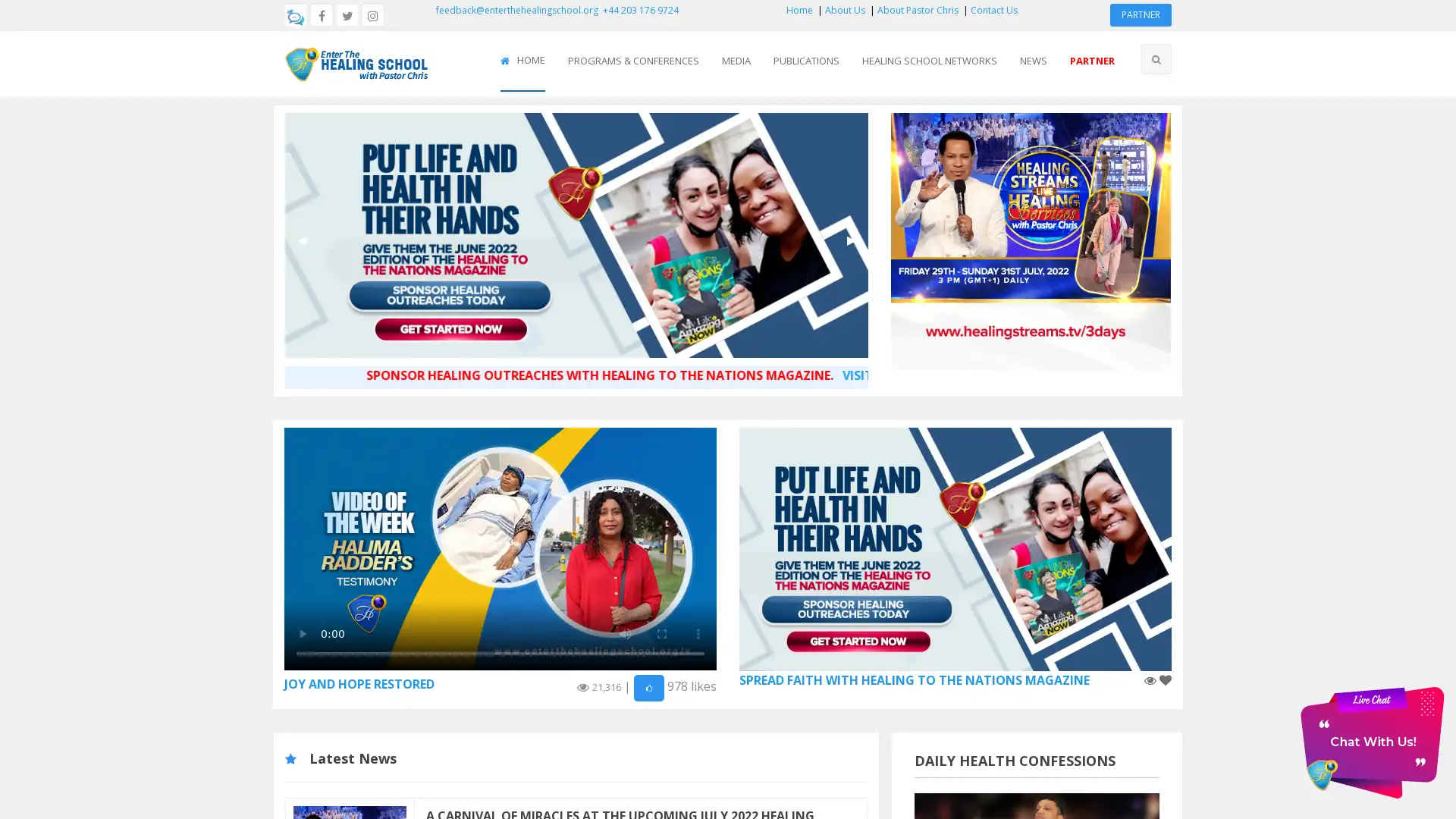  I want to click on play, so click(302, 634).